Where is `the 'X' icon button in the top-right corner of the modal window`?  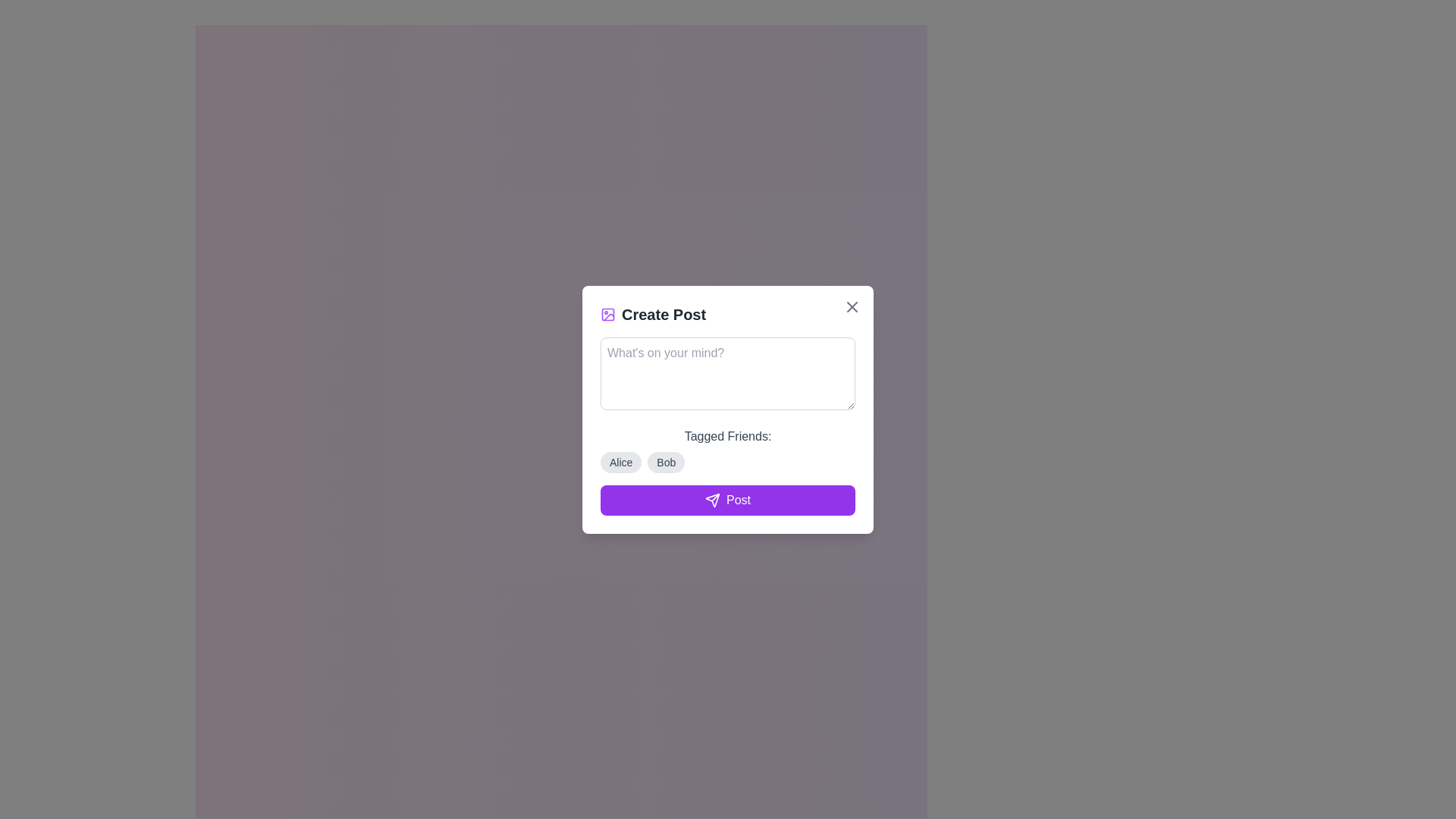
the 'X' icon button in the top-right corner of the modal window is located at coordinates (852, 306).